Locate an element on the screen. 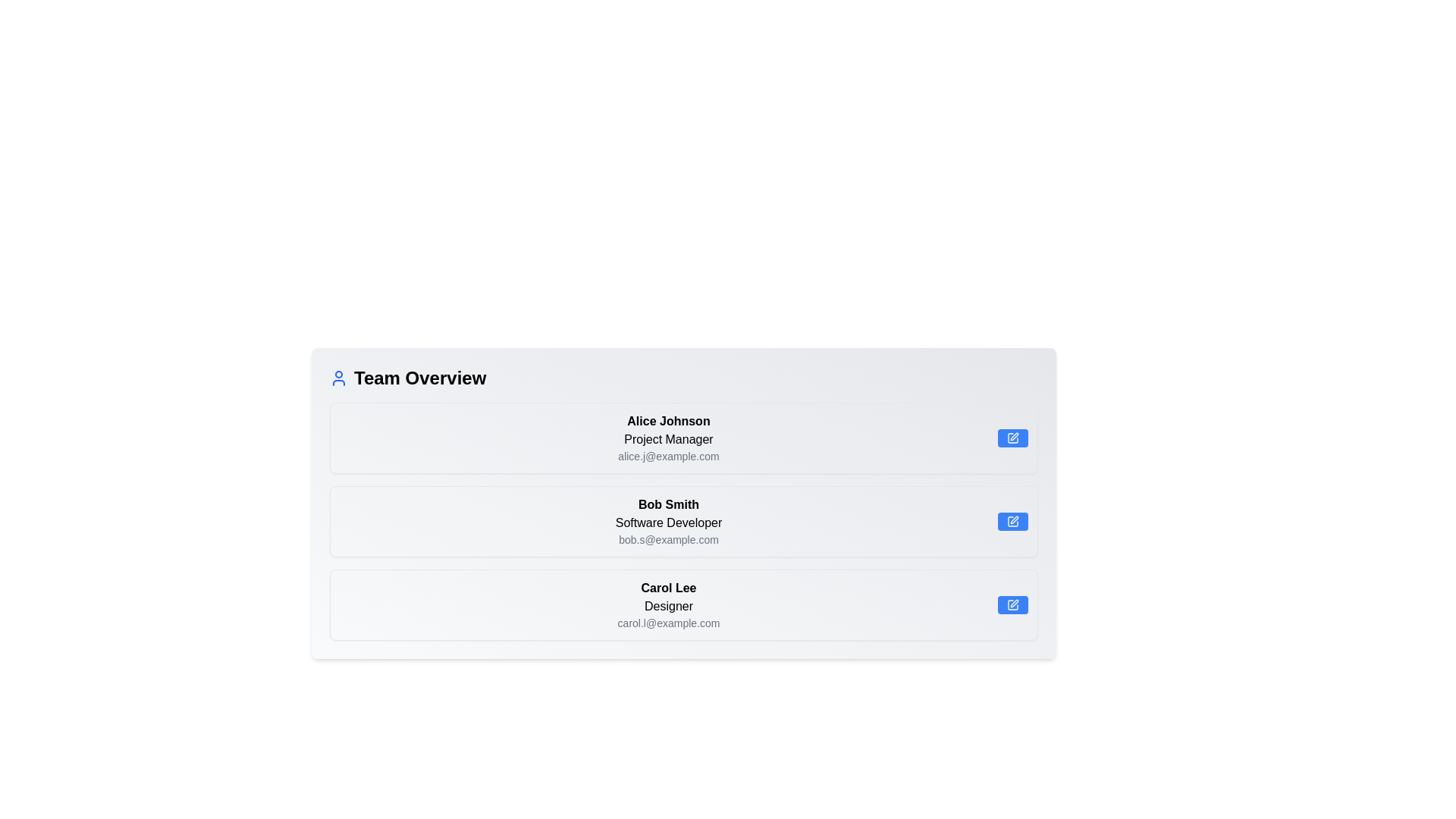 This screenshot has height=819, width=1456. the edit button for 'Carol Lee' located in the rightmost section of her card within the 'Team Overview' section is located at coordinates (1012, 604).